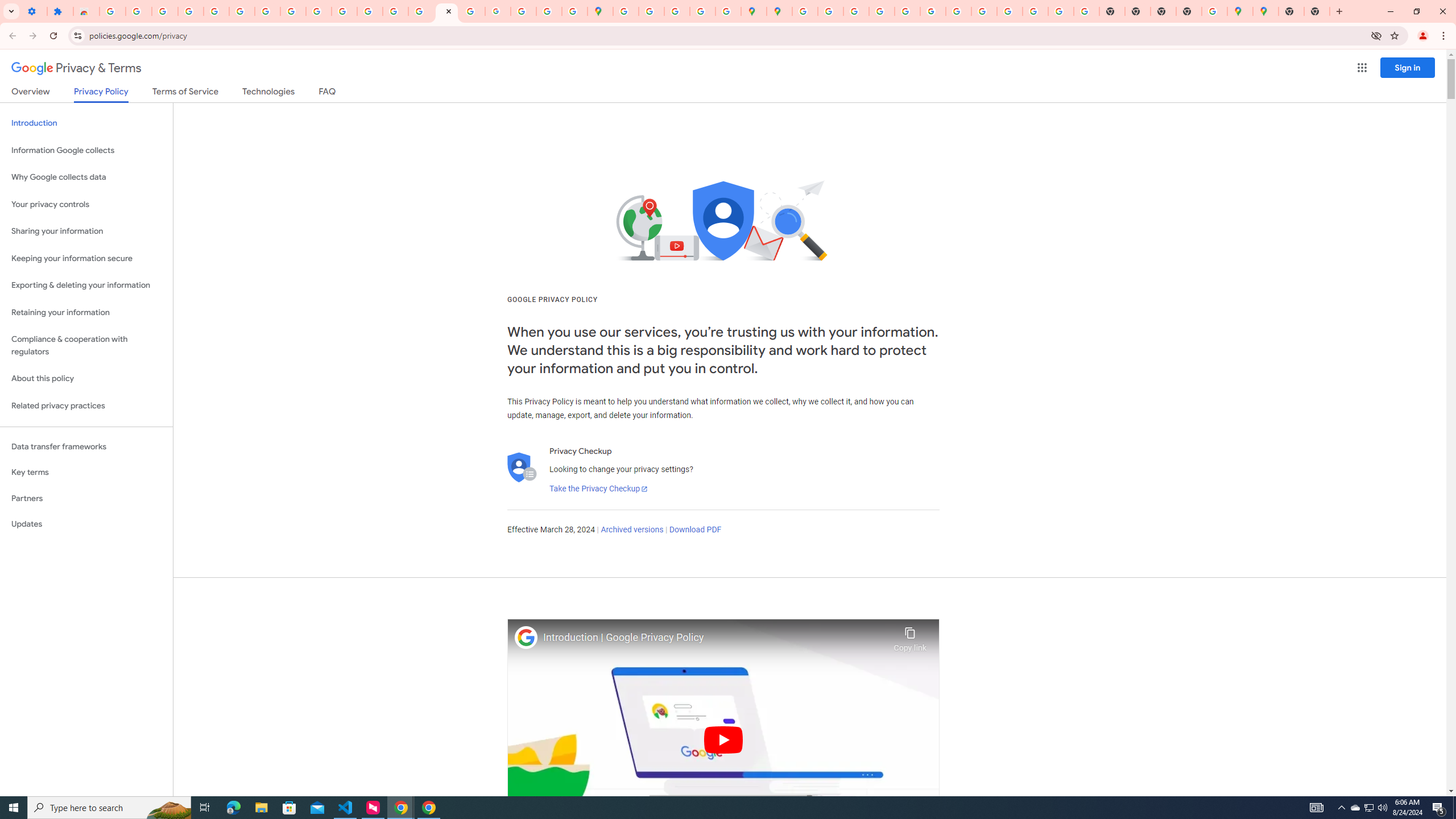  Describe the element at coordinates (216, 11) in the screenshot. I see `'Sign in - Google Accounts'` at that location.